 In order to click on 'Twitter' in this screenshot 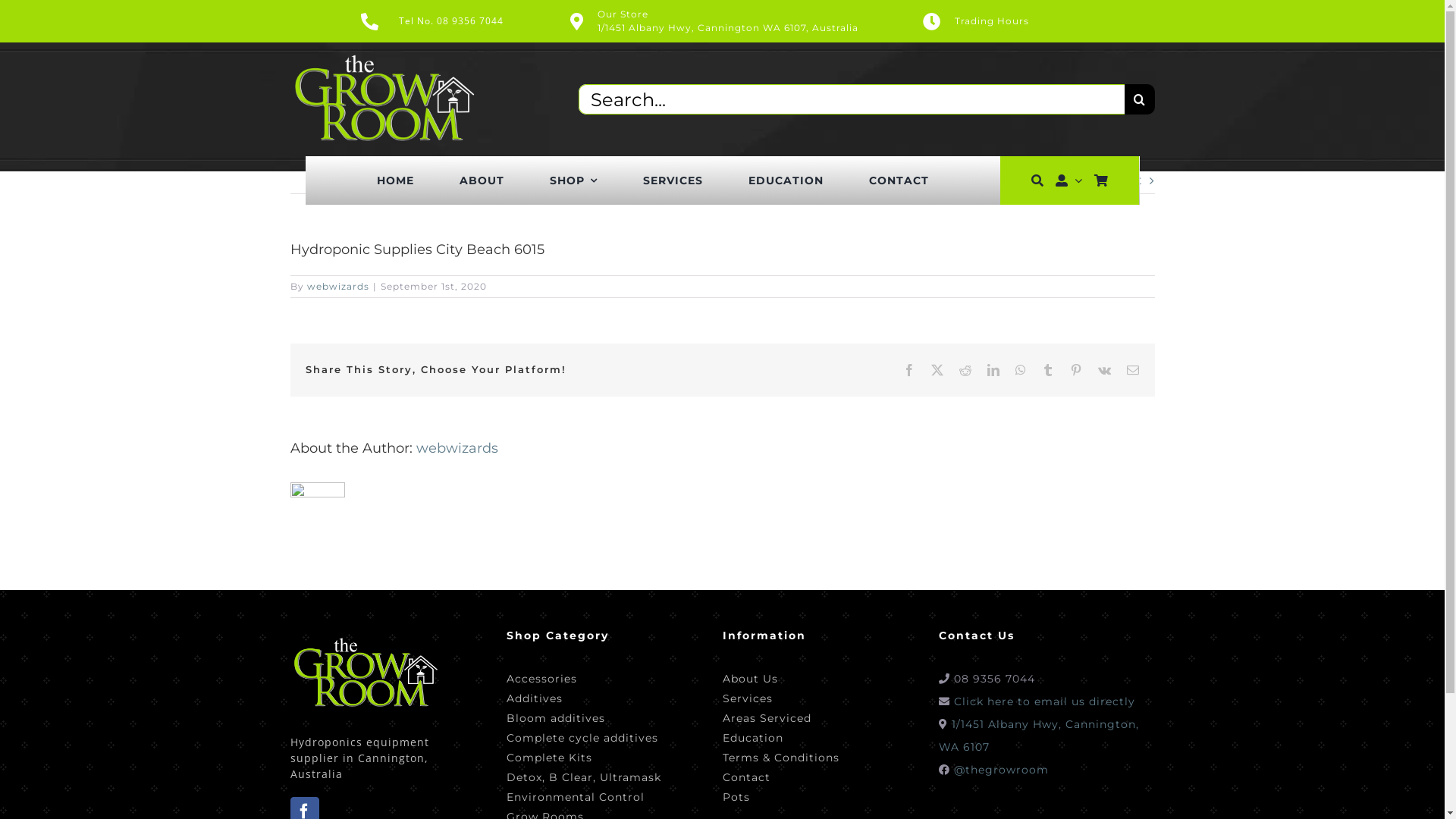, I will do `click(937, 370)`.